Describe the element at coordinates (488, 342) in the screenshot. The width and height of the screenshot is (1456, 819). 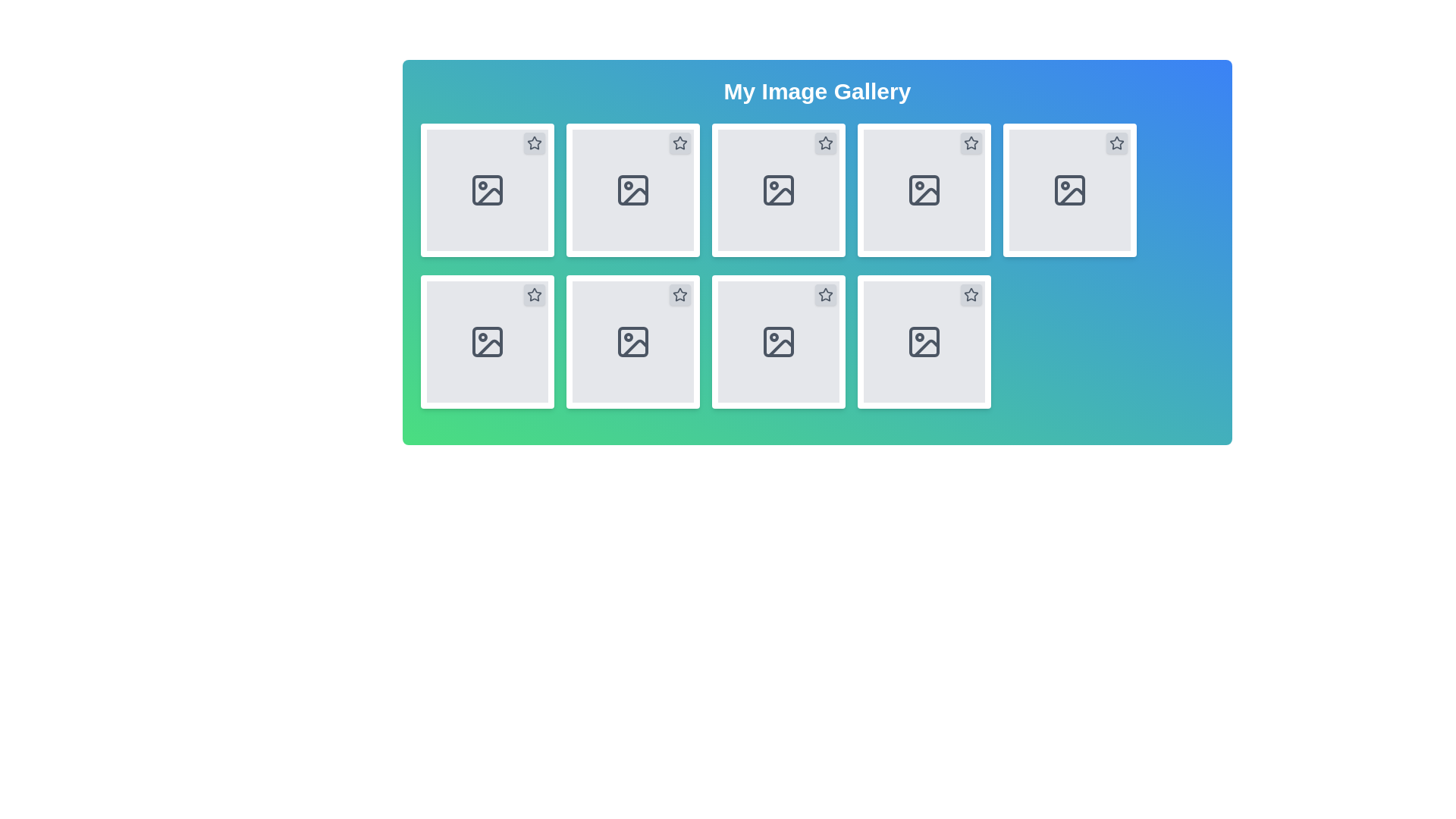
I see `the icon in the lower-left position of a 3x3 grid, which serves as a placeholder for an image, to interact with it` at that location.